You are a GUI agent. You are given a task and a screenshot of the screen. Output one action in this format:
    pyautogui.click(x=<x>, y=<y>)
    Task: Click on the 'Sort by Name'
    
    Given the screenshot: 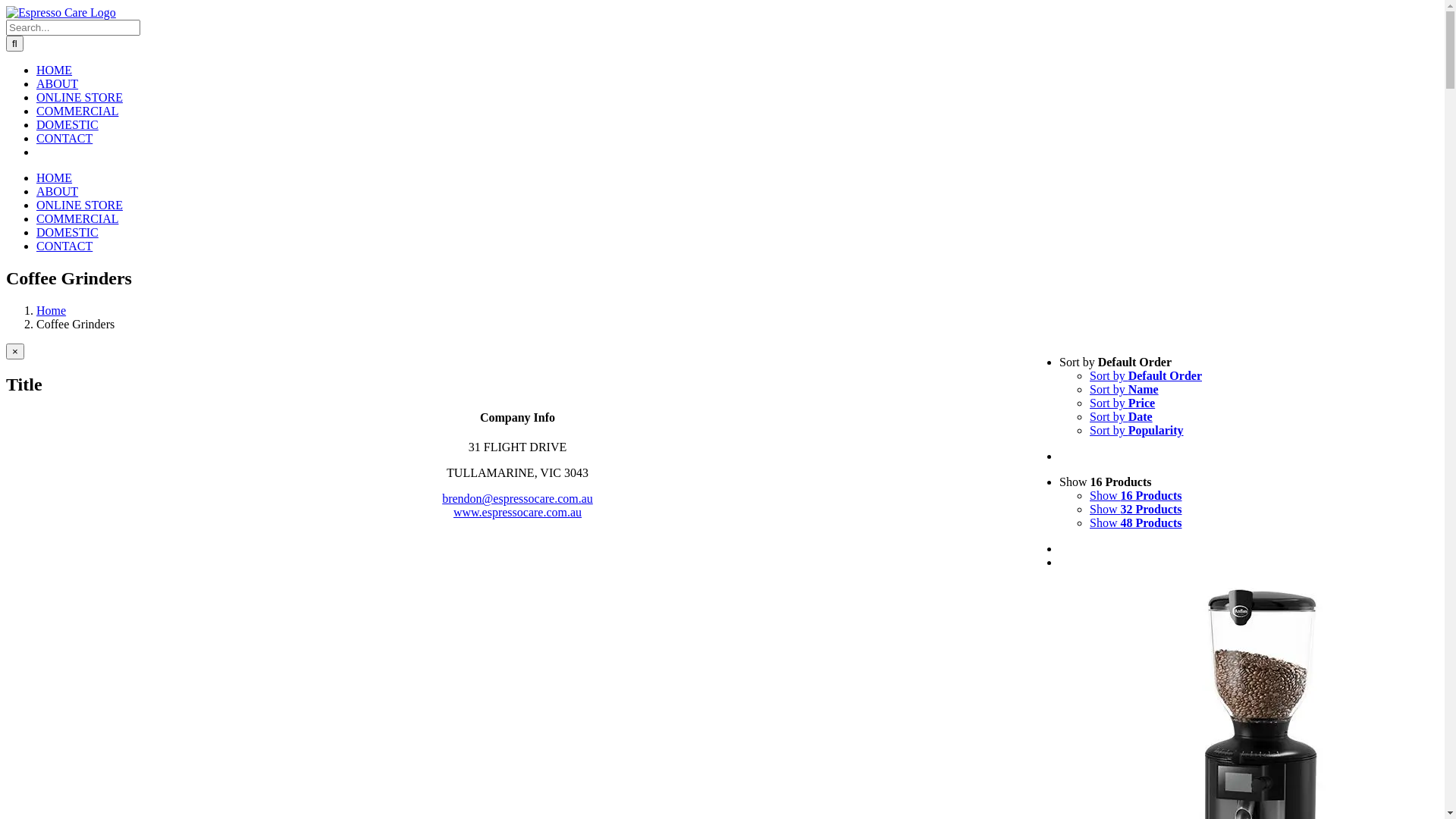 What is the action you would take?
    pyautogui.click(x=1088, y=388)
    